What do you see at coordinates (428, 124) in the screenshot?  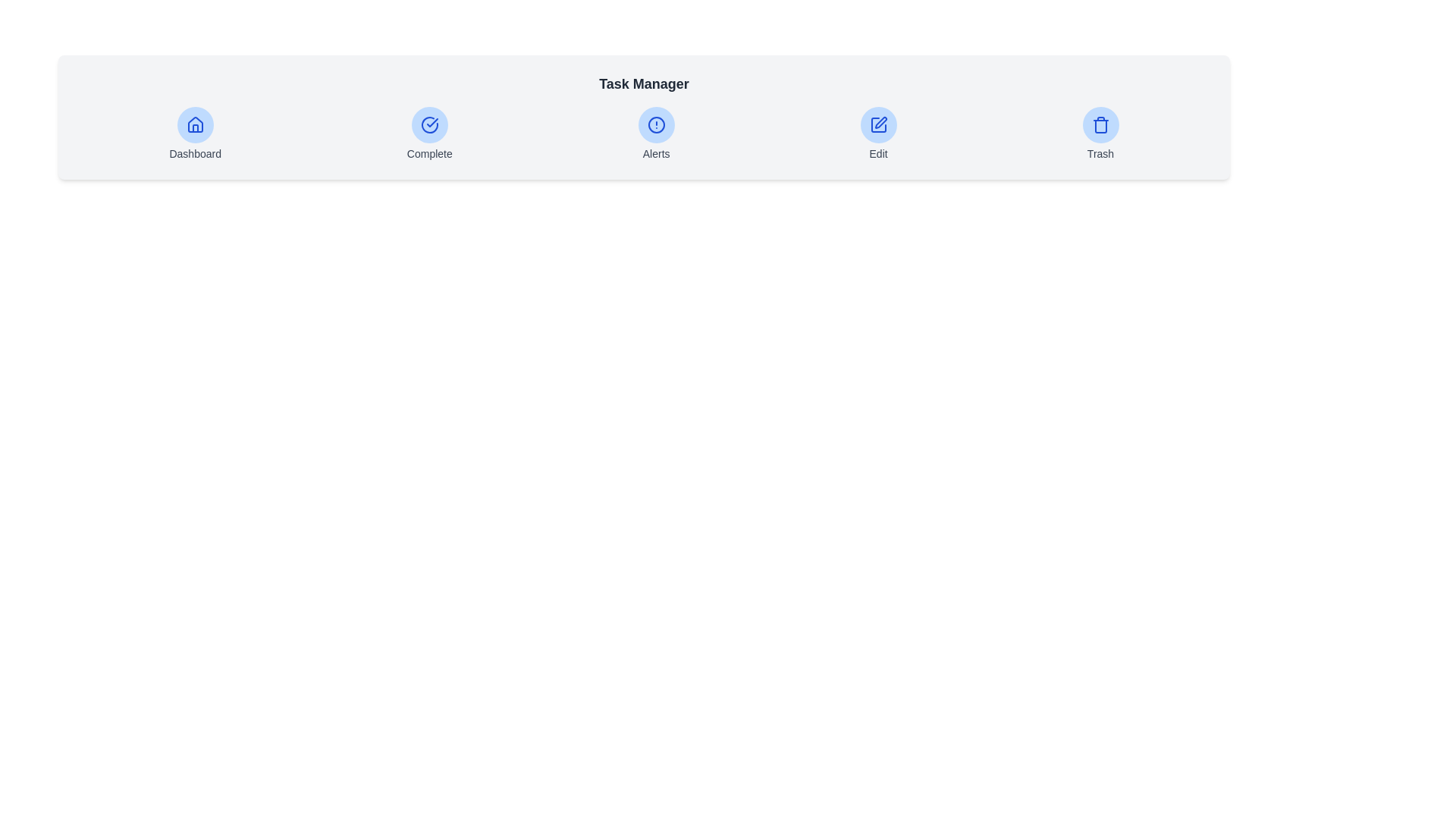 I see `the circular 'Complete' button icon with a light blue background and a checkmark inside, which is centrally positioned in the navigation bar` at bounding box center [428, 124].